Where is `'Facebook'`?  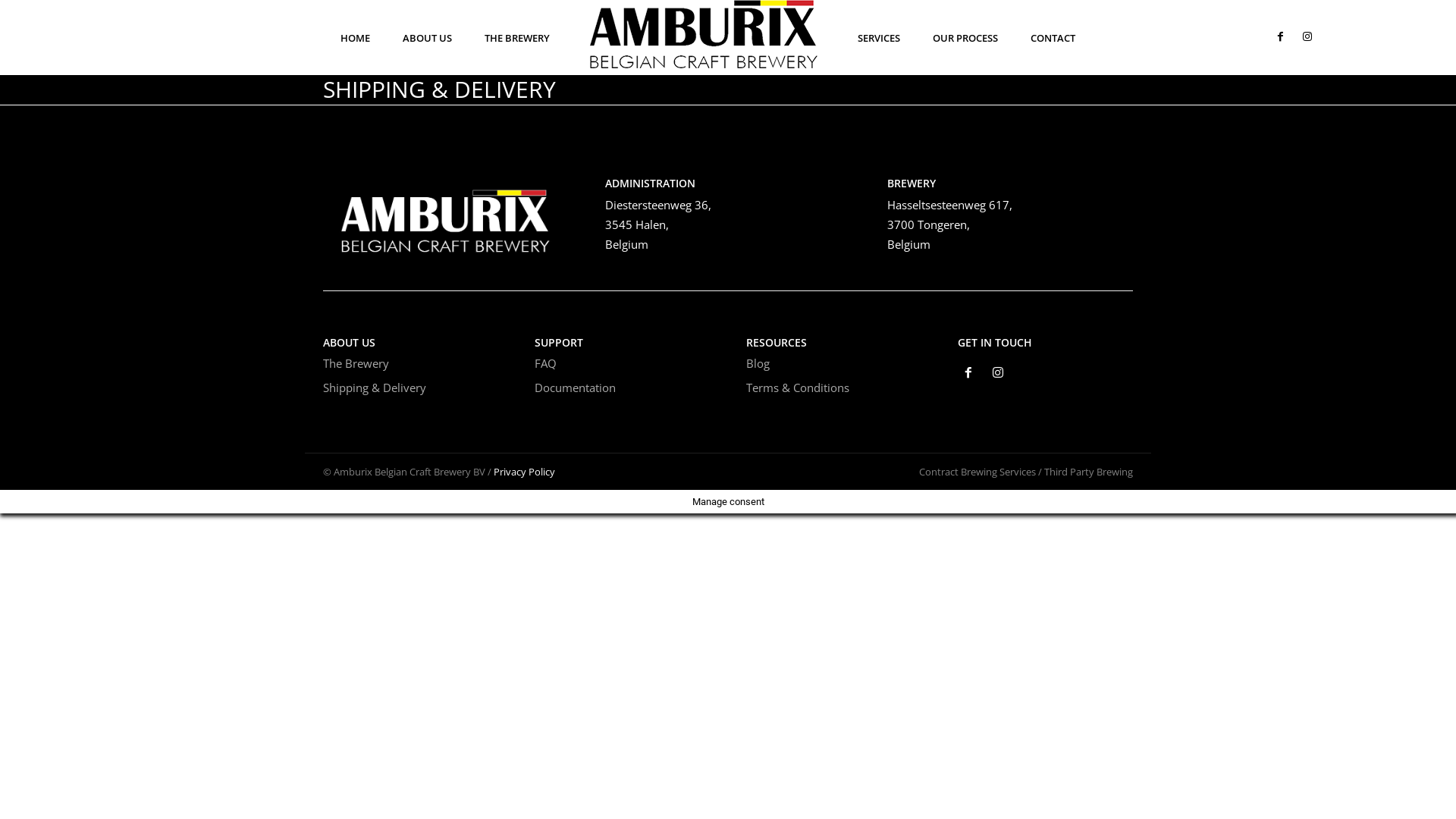
'Facebook' is located at coordinates (1279, 36).